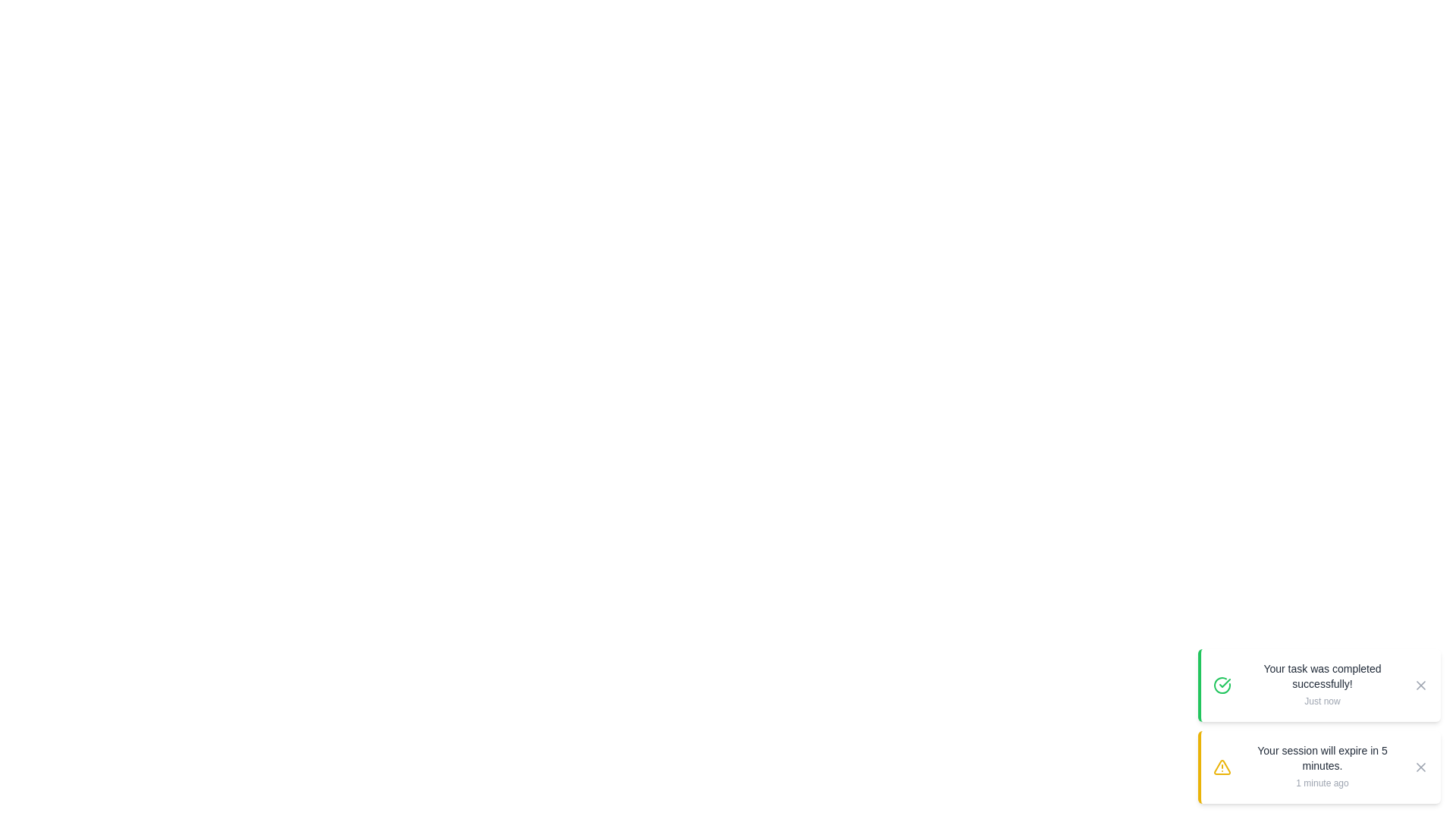  What do you see at coordinates (1420, 685) in the screenshot?
I see `the close button of the snackbar with message 'Your task was completed successfully!'` at bounding box center [1420, 685].